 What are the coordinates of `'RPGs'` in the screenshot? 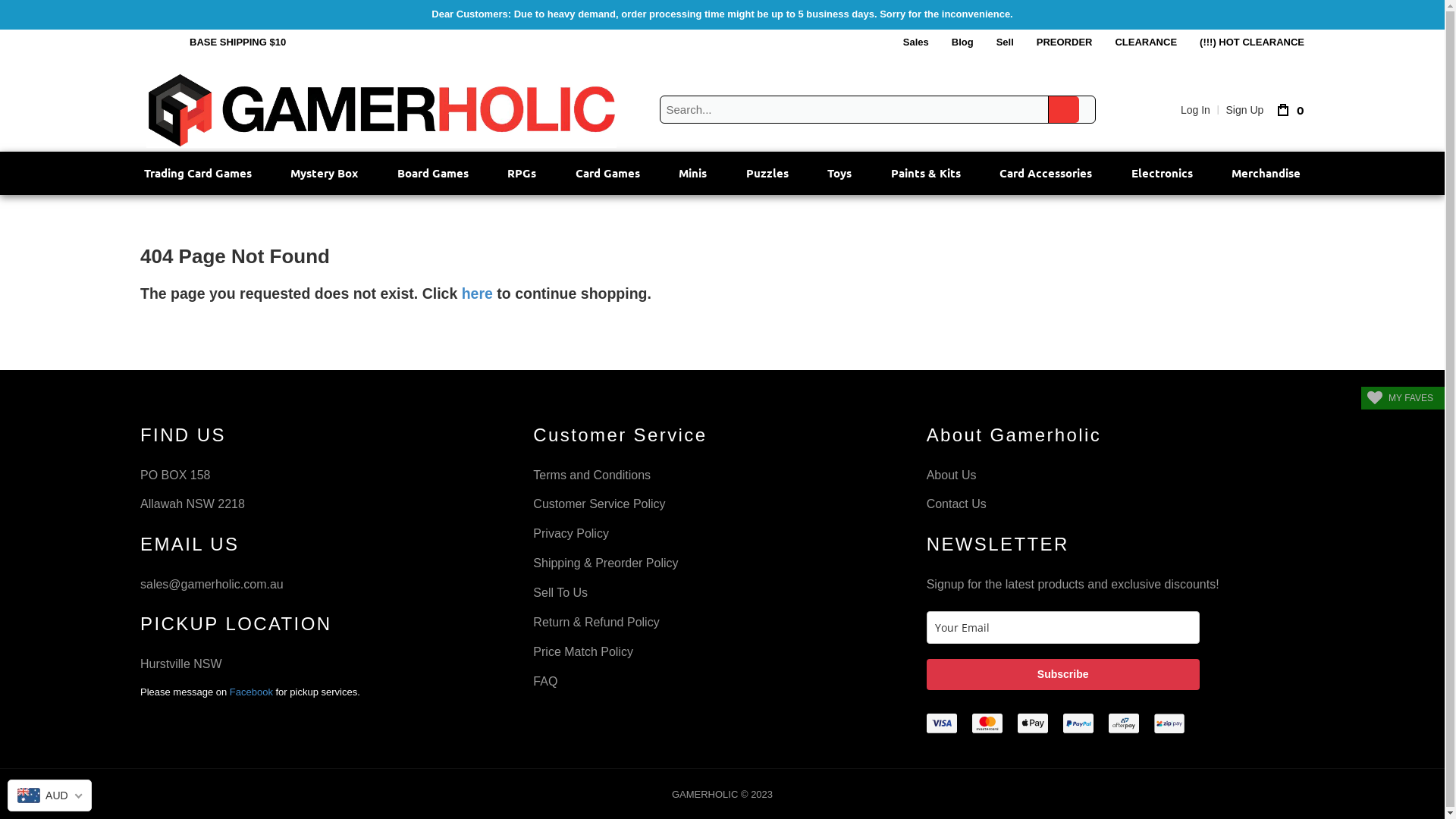 It's located at (521, 172).